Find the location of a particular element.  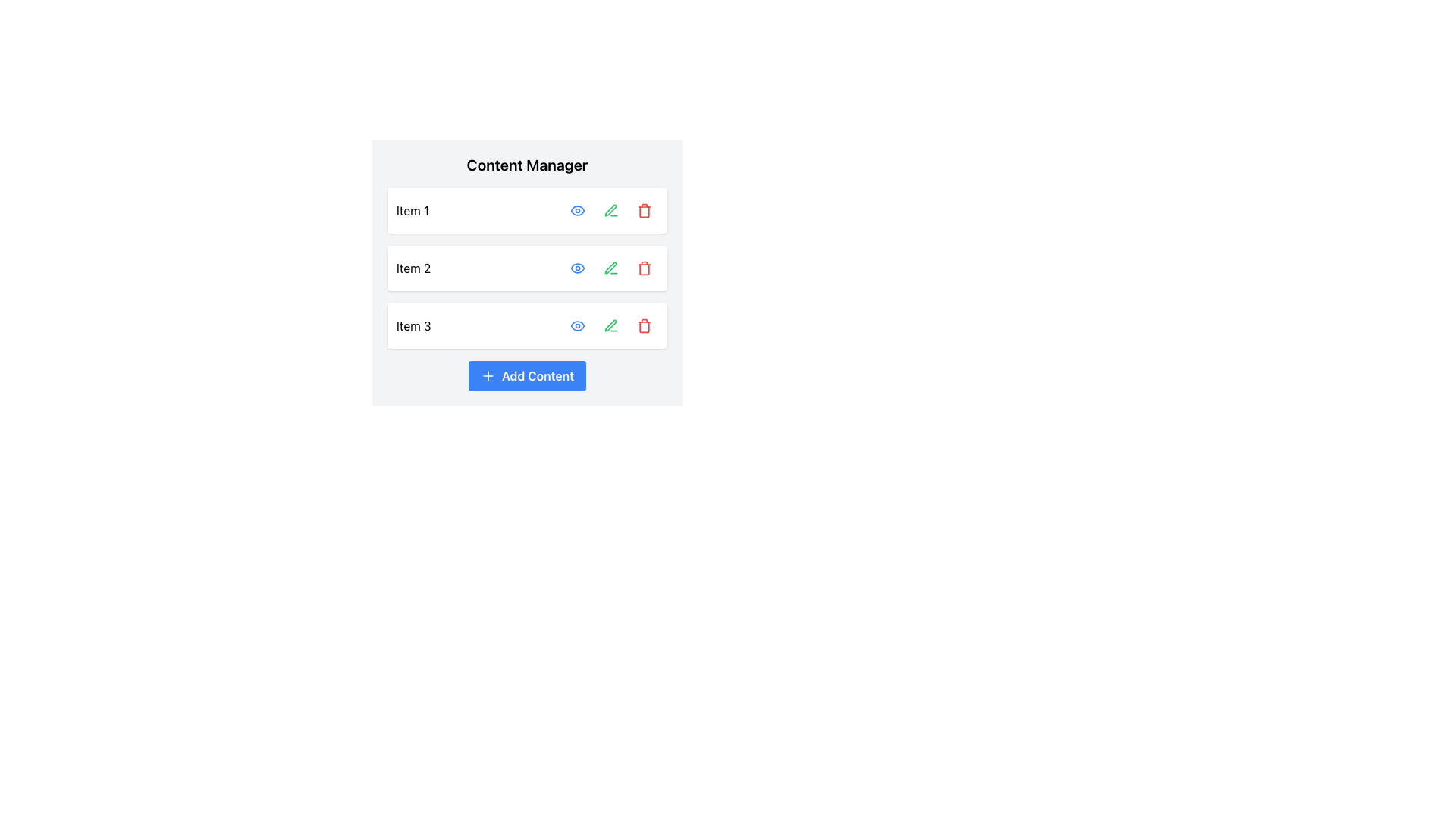

the distinct blue eye icon located in the third row of the list labeled 'Item 3' is located at coordinates (577, 325).